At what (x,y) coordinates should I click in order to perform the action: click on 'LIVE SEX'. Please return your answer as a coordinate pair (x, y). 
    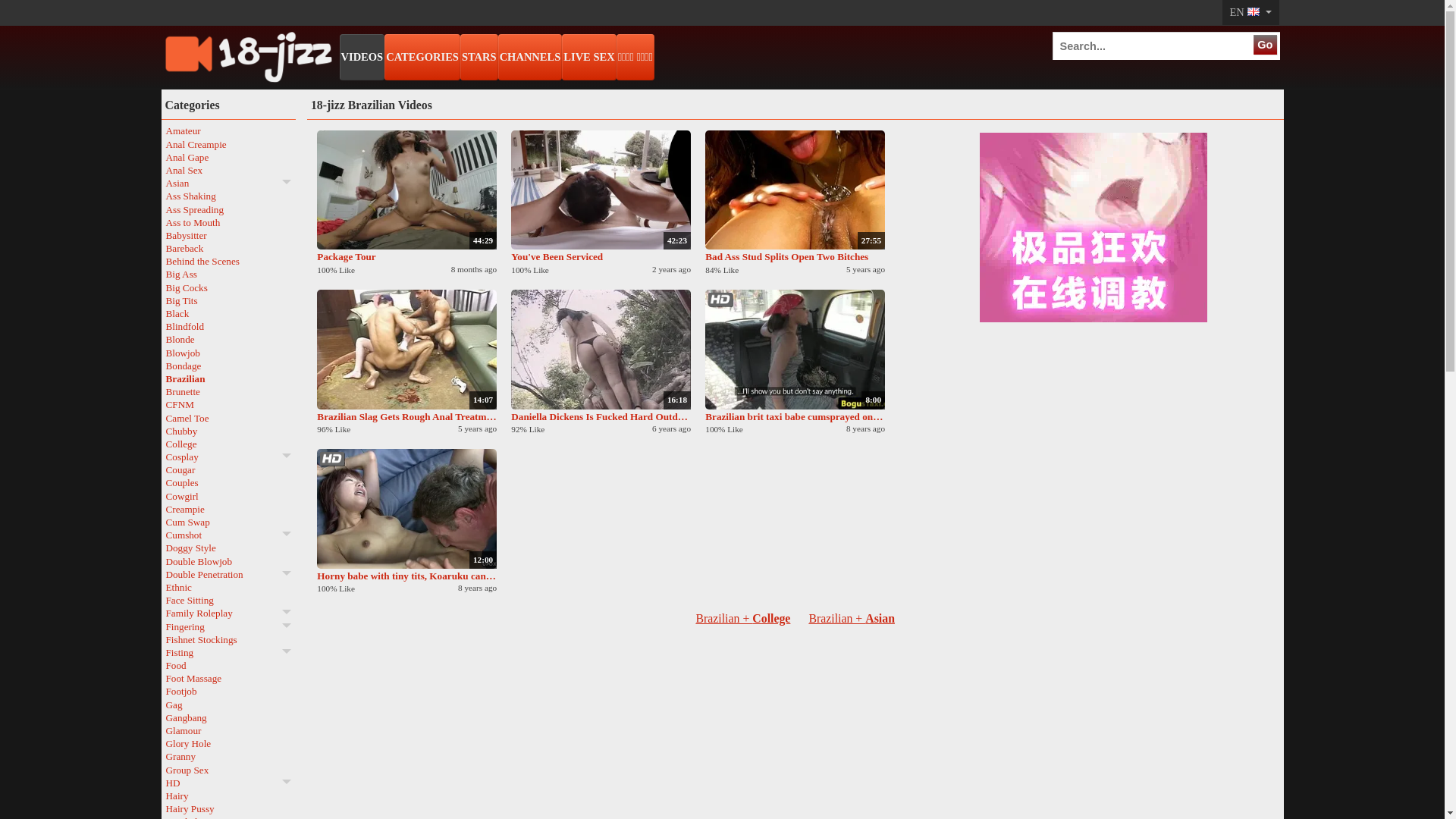
    Looking at the image, I should click on (588, 56).